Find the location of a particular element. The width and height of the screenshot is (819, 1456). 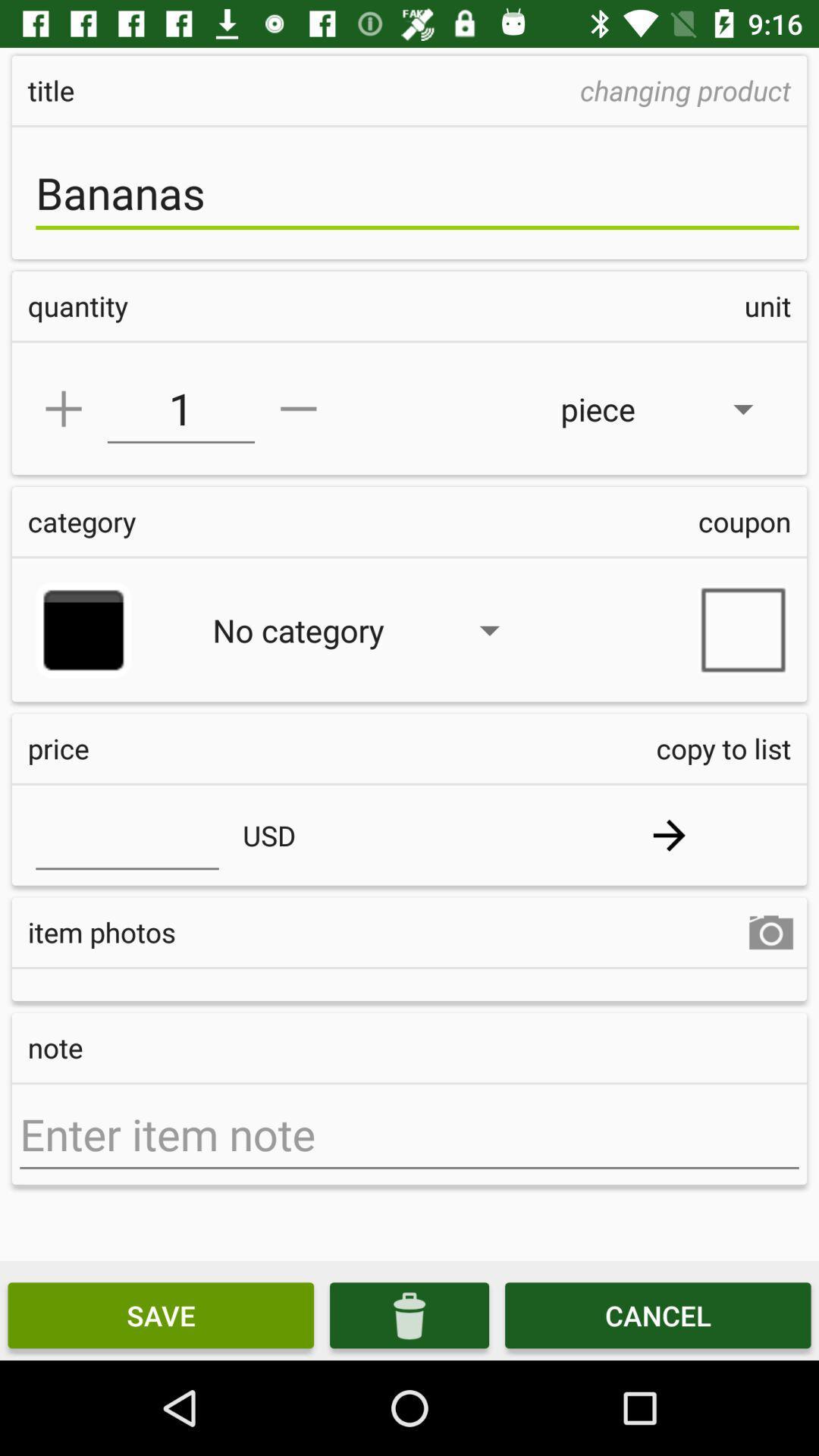

price usd is located at coordinates (127, 834).